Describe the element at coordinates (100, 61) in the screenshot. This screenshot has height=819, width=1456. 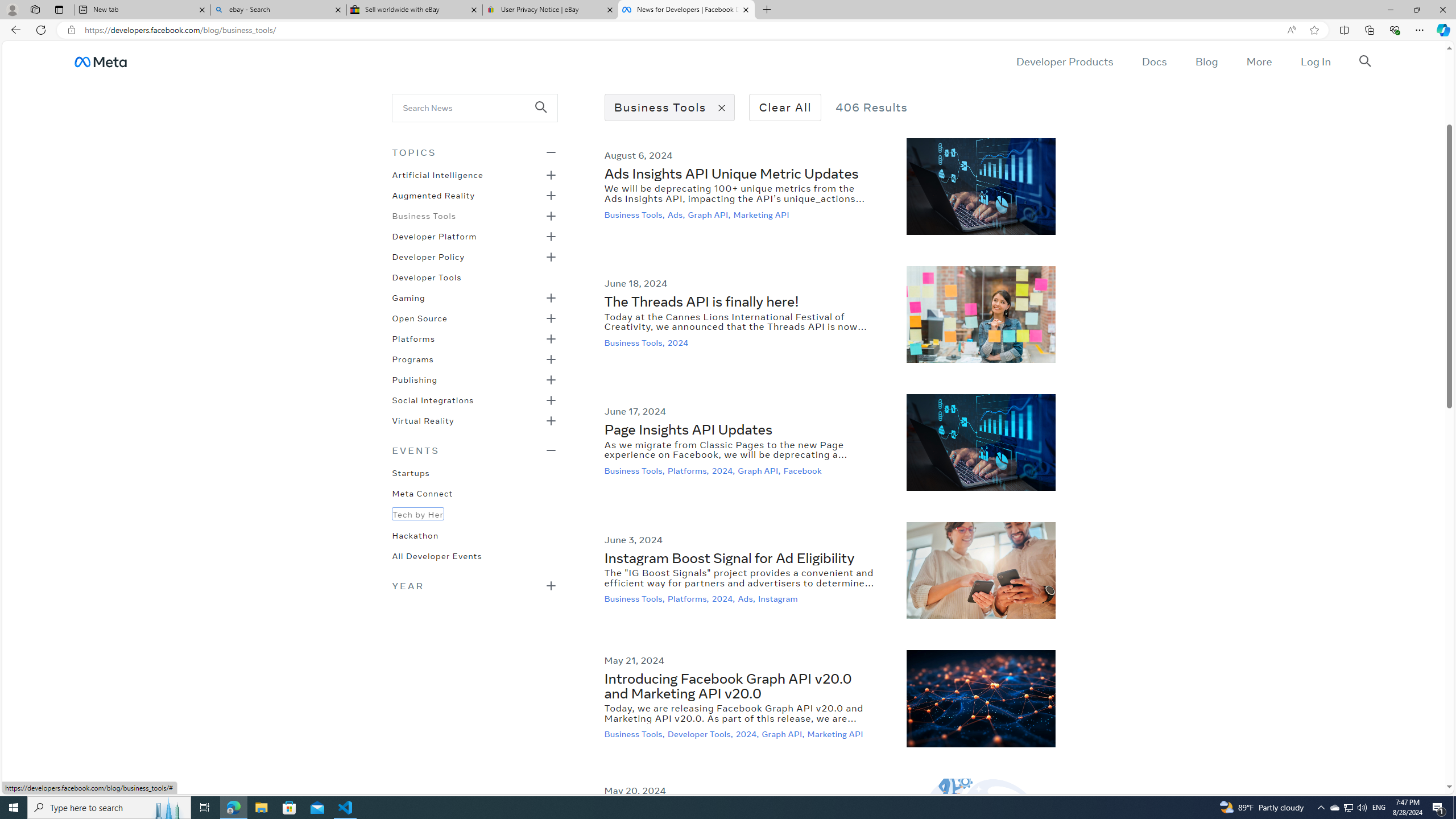
I see `'AutomationID: u_0_4z_2S'` at that location.